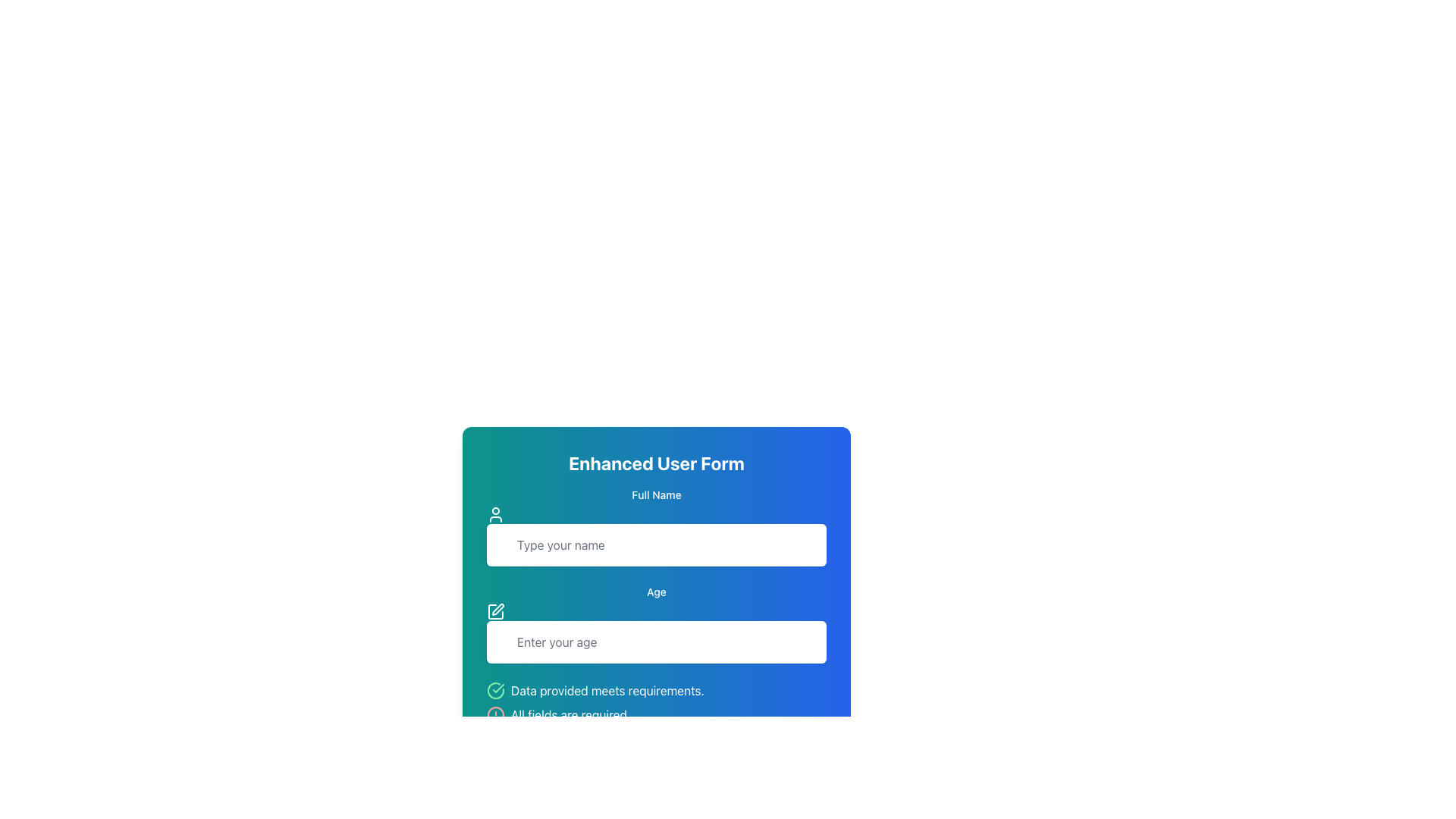  What do you see at coordinates (656, 591) in the screenshot?
I see `the text label reading 'Age', which is positioned above the input field with the placeholder 'Enter your age'` at bounding box center [656, 591].